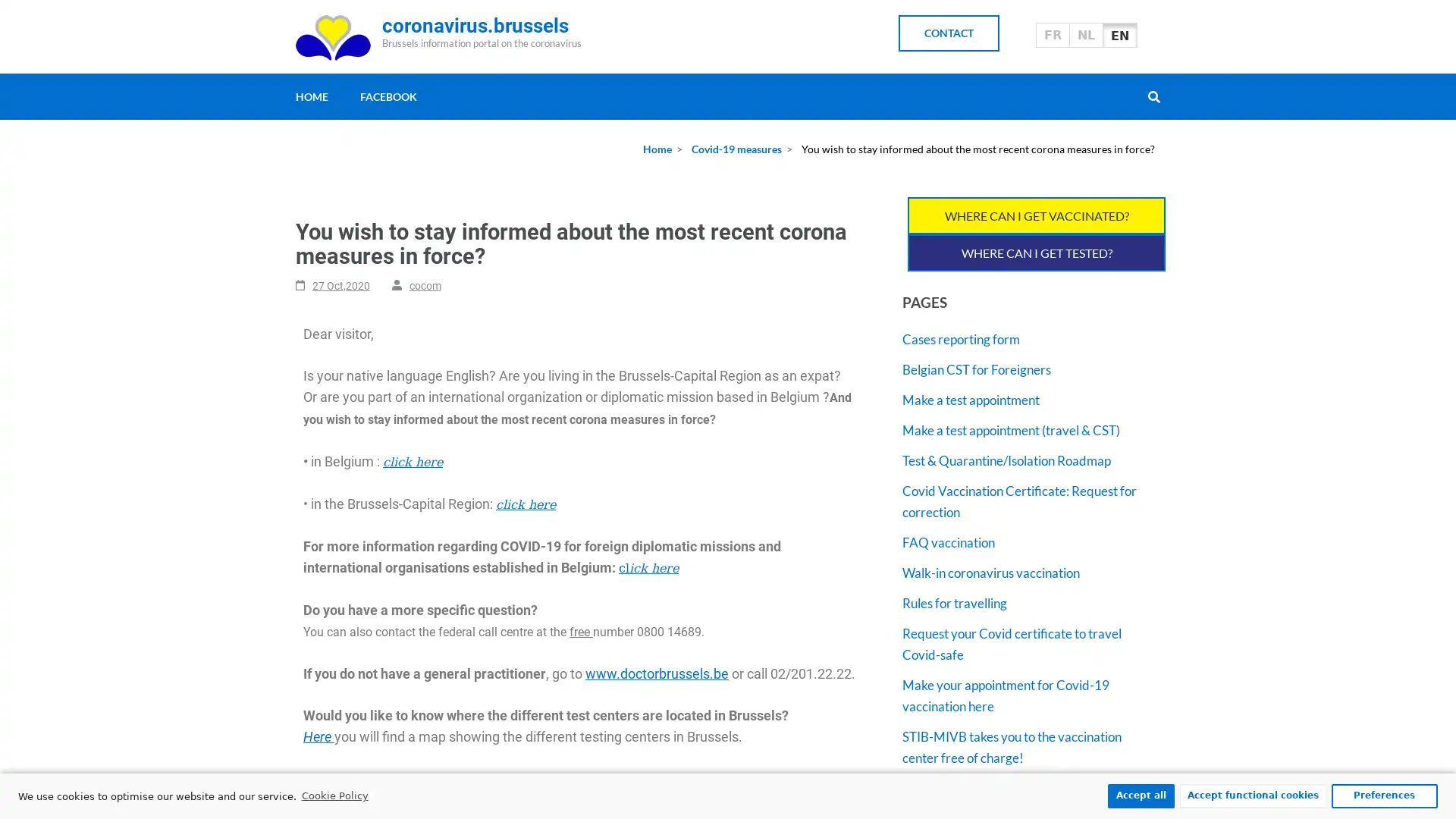  I want to click on Accept all, so click(1141, 795).